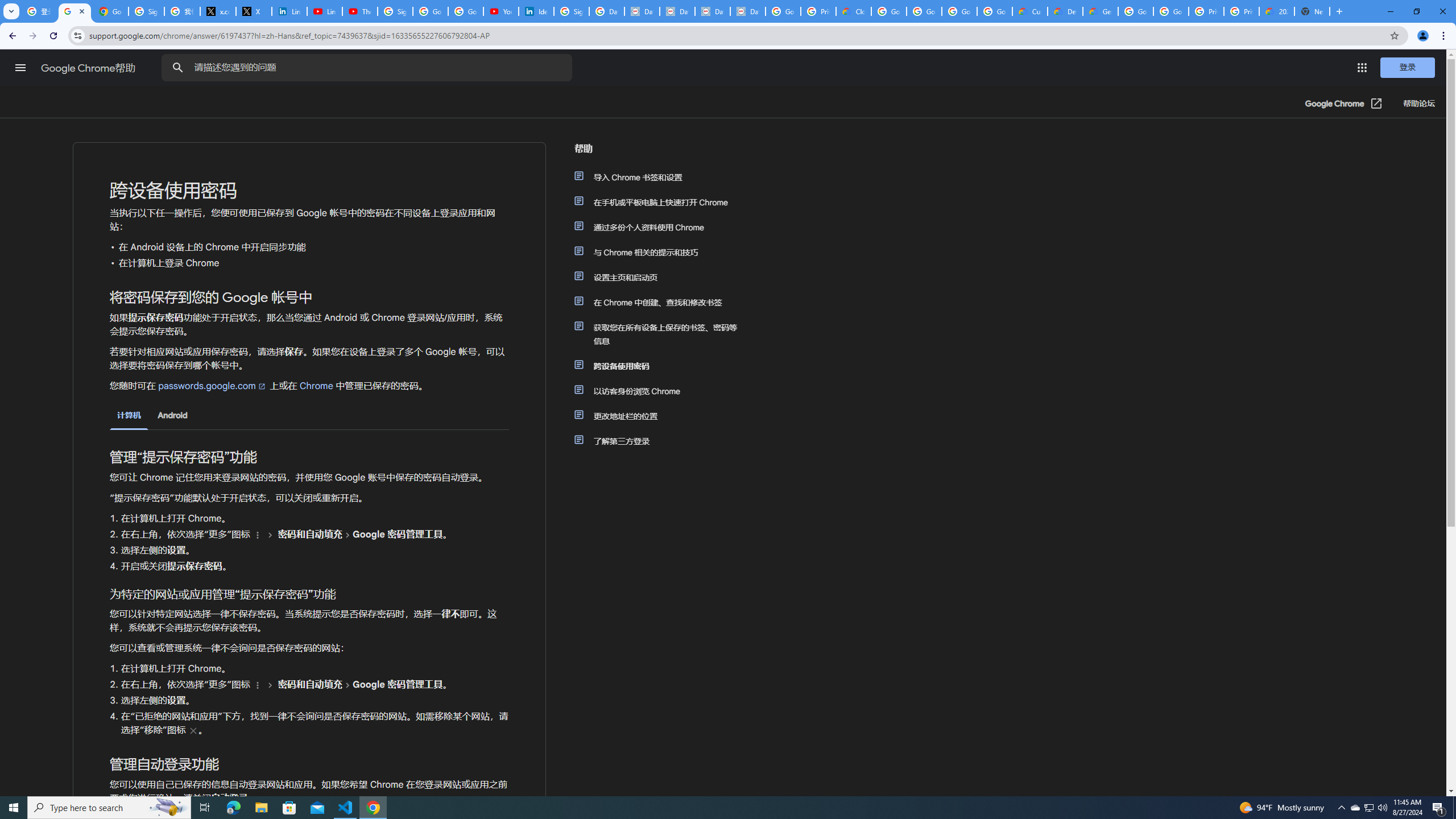 The image size is (1456, 819). Describe the element at coordinates (324, 11) in the screenshot. I see `'LinkedIn - YouTube'` at that location.